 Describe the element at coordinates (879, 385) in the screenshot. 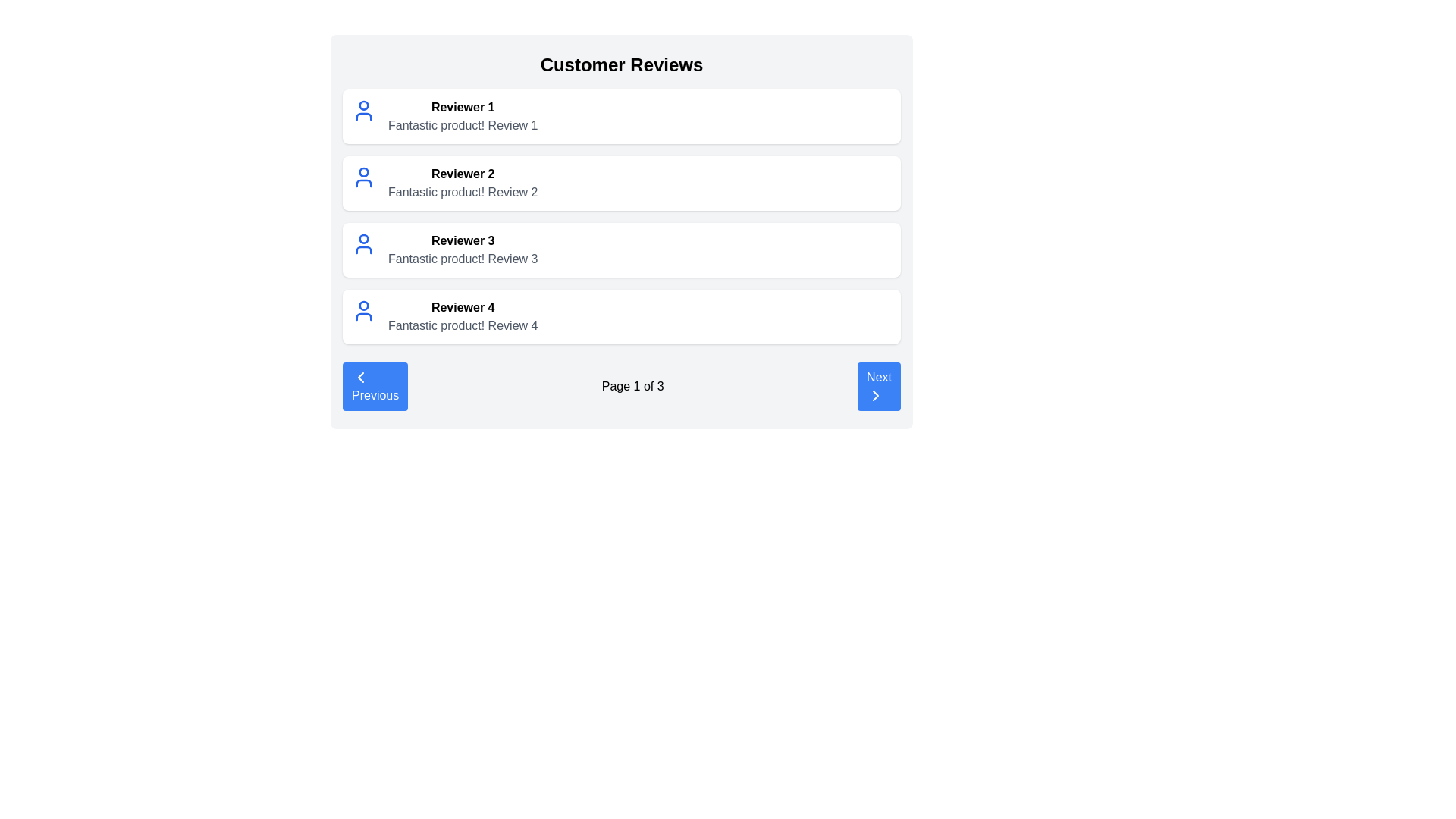

I see `the 'Next' button located at the bottom-right corner of the interface` at that location.